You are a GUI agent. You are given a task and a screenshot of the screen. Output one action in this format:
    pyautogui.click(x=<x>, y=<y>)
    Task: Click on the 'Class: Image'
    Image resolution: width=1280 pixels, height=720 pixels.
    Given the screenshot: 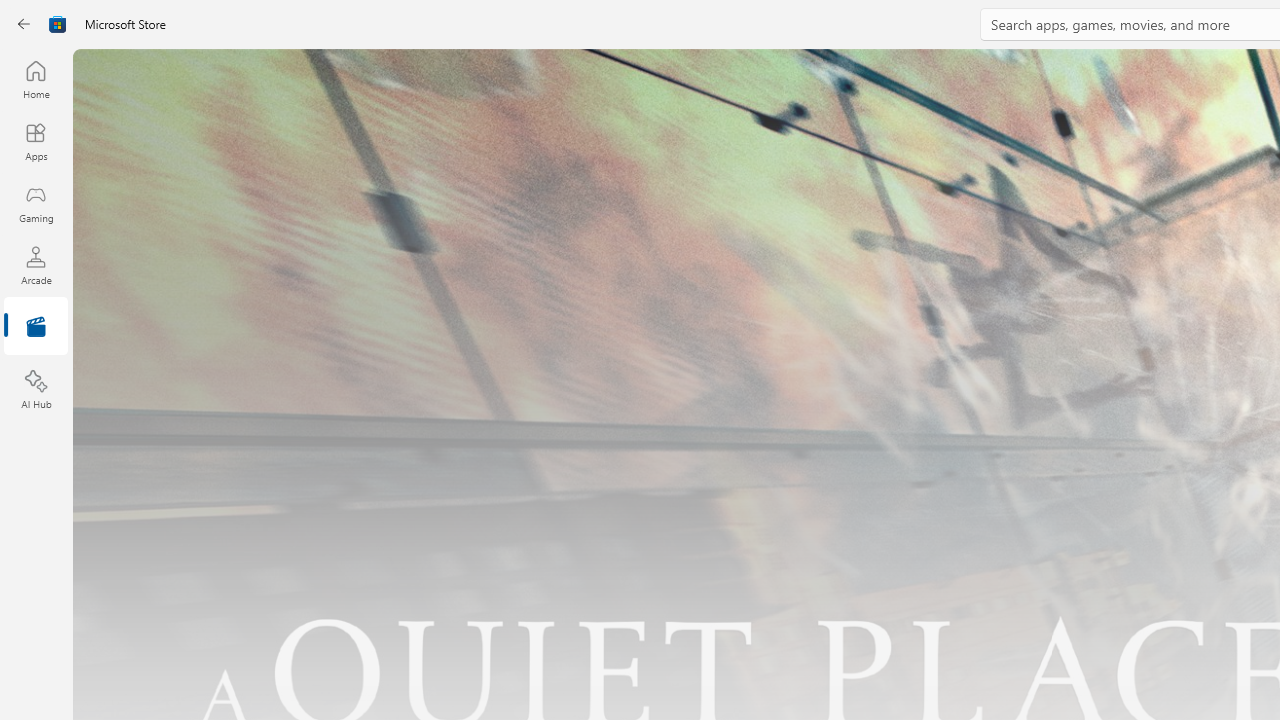 What is the action you would take?
    pyautogui.click(x=58, y=24)
    